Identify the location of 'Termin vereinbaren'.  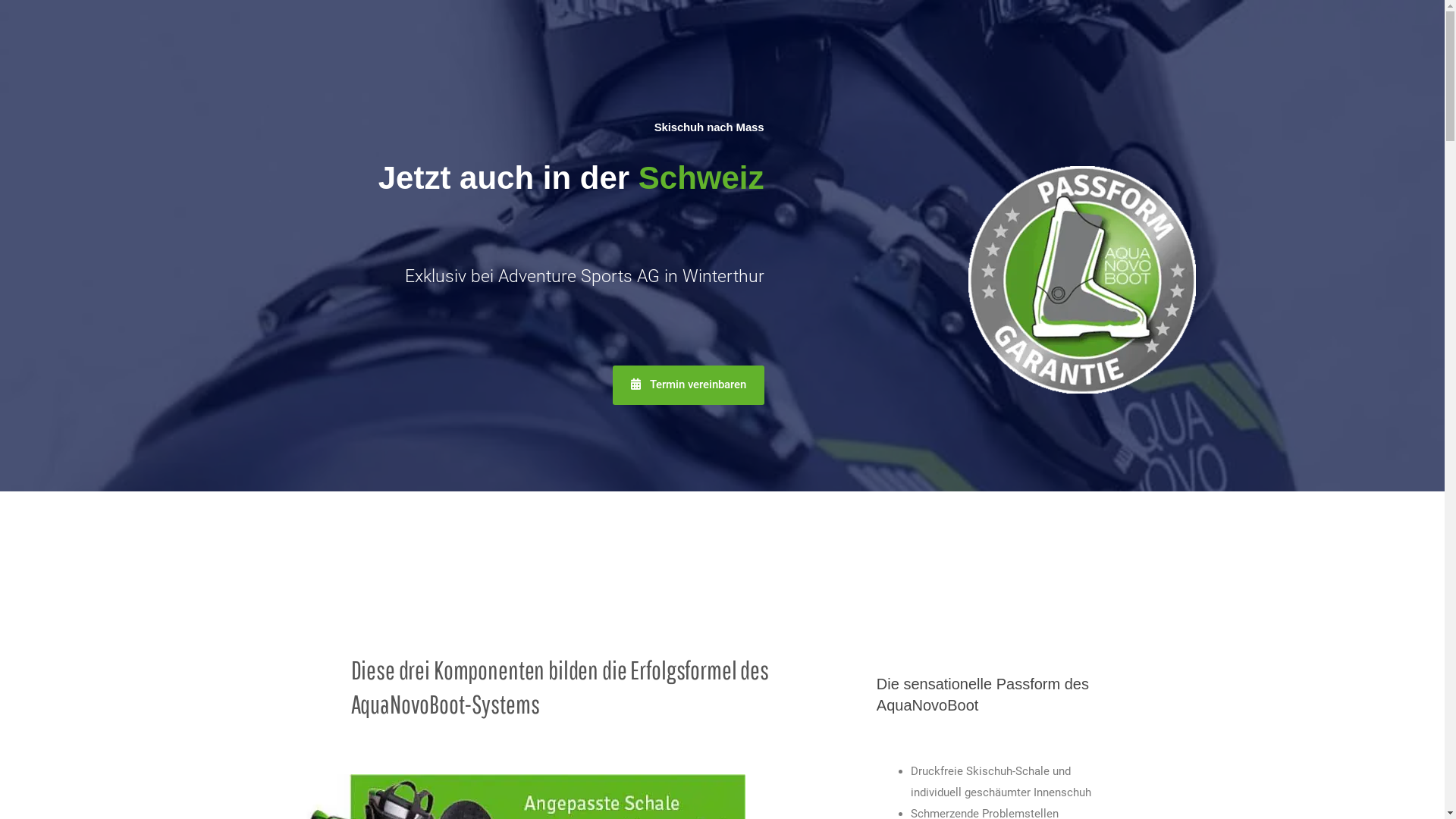
(612, 384).